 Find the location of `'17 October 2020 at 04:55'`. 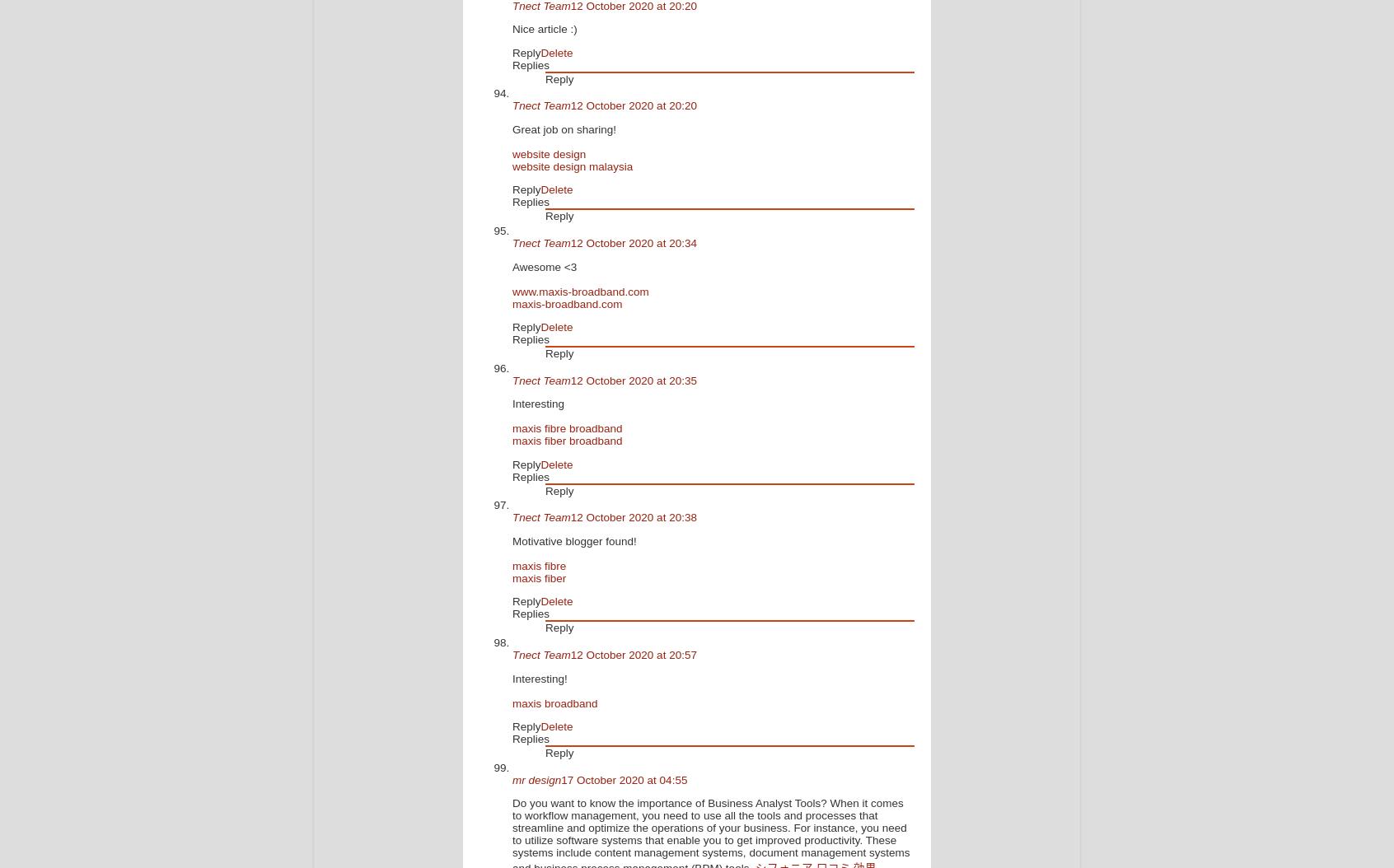

'17 October 2020 at 04:55' is located at coordinates (623, 778).